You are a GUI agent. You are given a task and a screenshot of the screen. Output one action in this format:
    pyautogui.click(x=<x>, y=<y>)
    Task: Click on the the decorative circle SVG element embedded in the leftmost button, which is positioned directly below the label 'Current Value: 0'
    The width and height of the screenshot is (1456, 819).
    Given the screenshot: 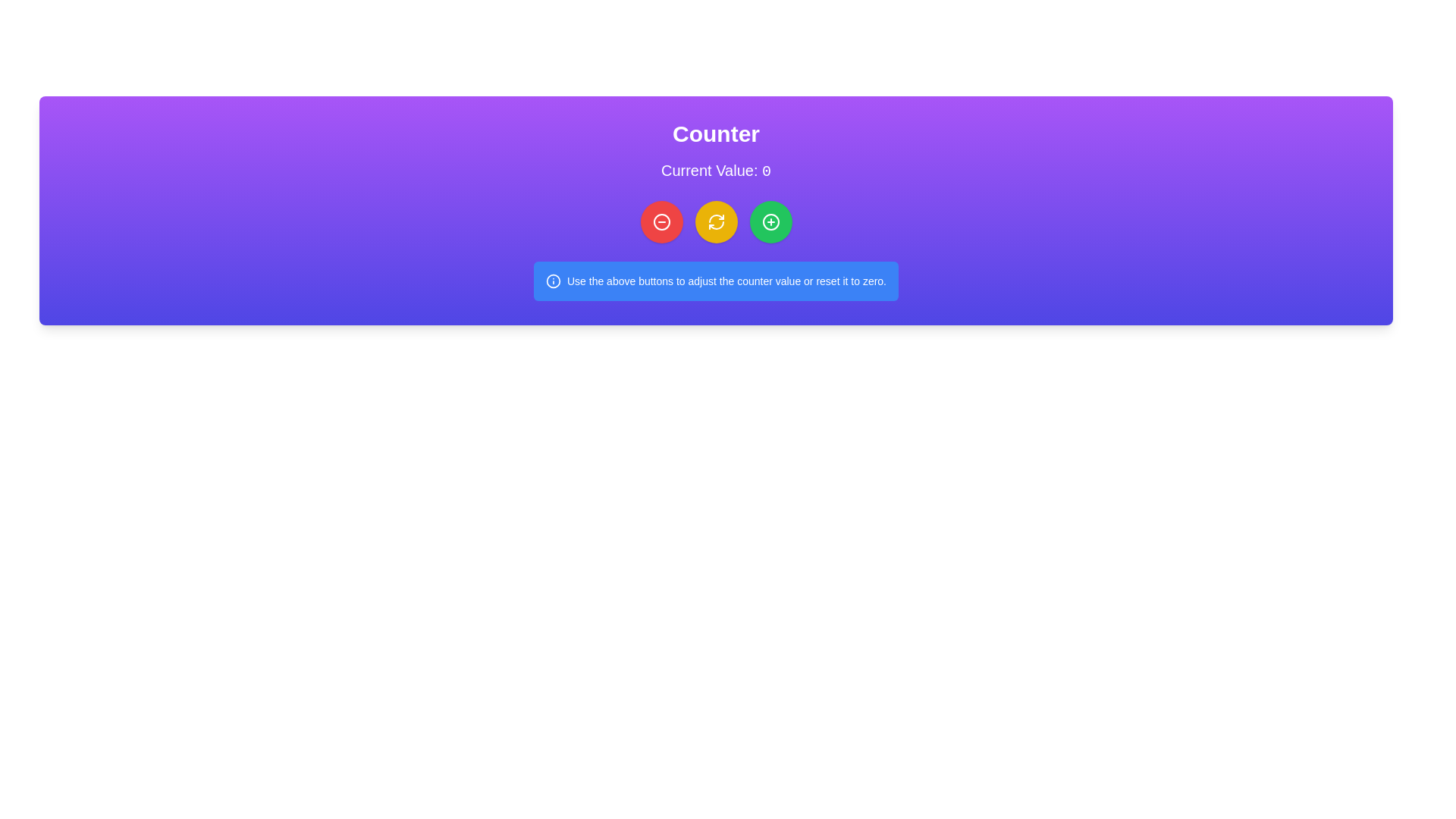 What is the action you would take?
    pyautogui.click(x=661, y=222)
    